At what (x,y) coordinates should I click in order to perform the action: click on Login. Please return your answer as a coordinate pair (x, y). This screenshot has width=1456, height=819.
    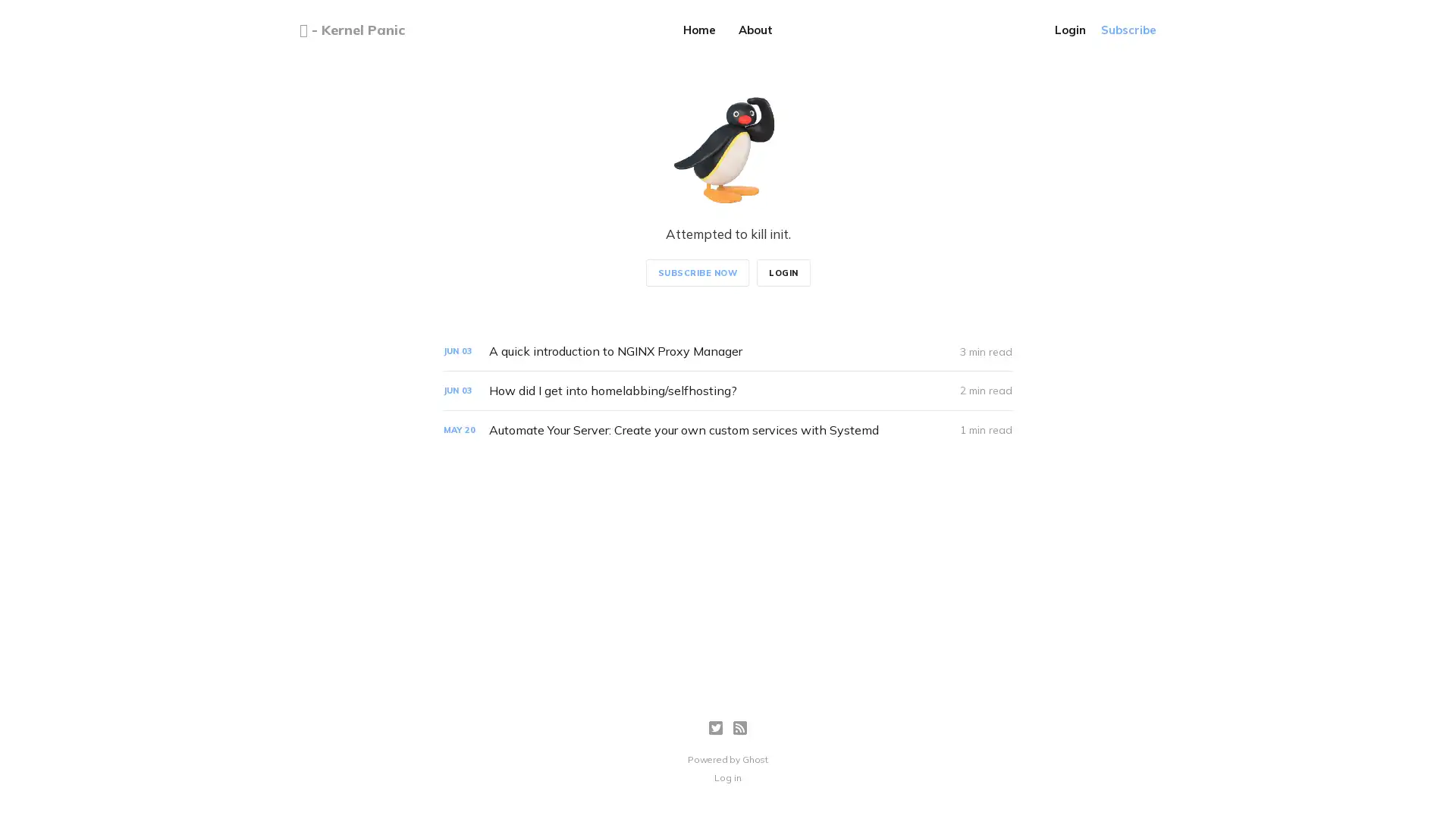
    Looking at the image, I should click on (1069, 30).